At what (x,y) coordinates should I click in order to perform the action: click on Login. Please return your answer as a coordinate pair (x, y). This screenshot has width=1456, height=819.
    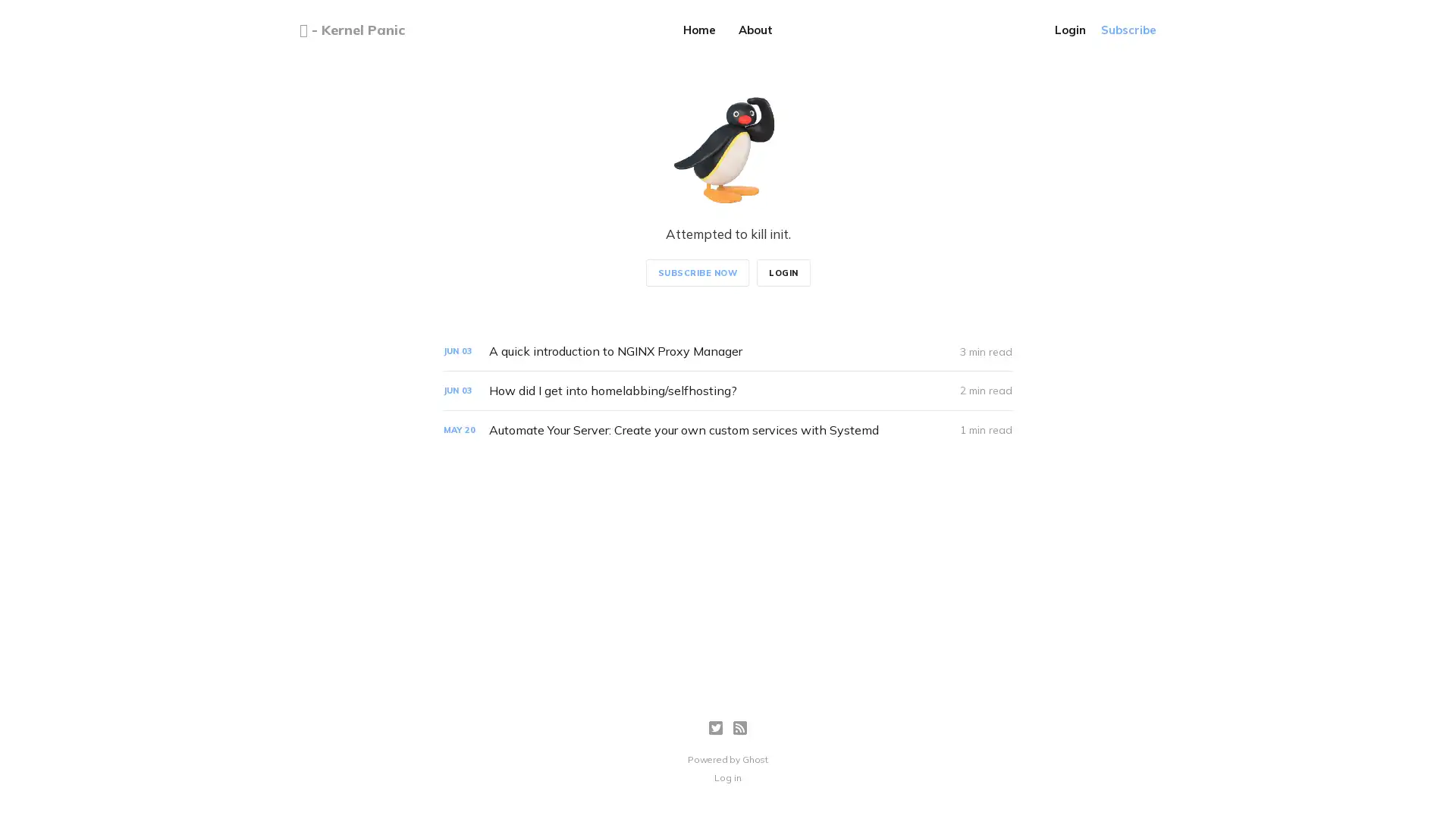
    Looking at the image, I should click on (1069, 30).